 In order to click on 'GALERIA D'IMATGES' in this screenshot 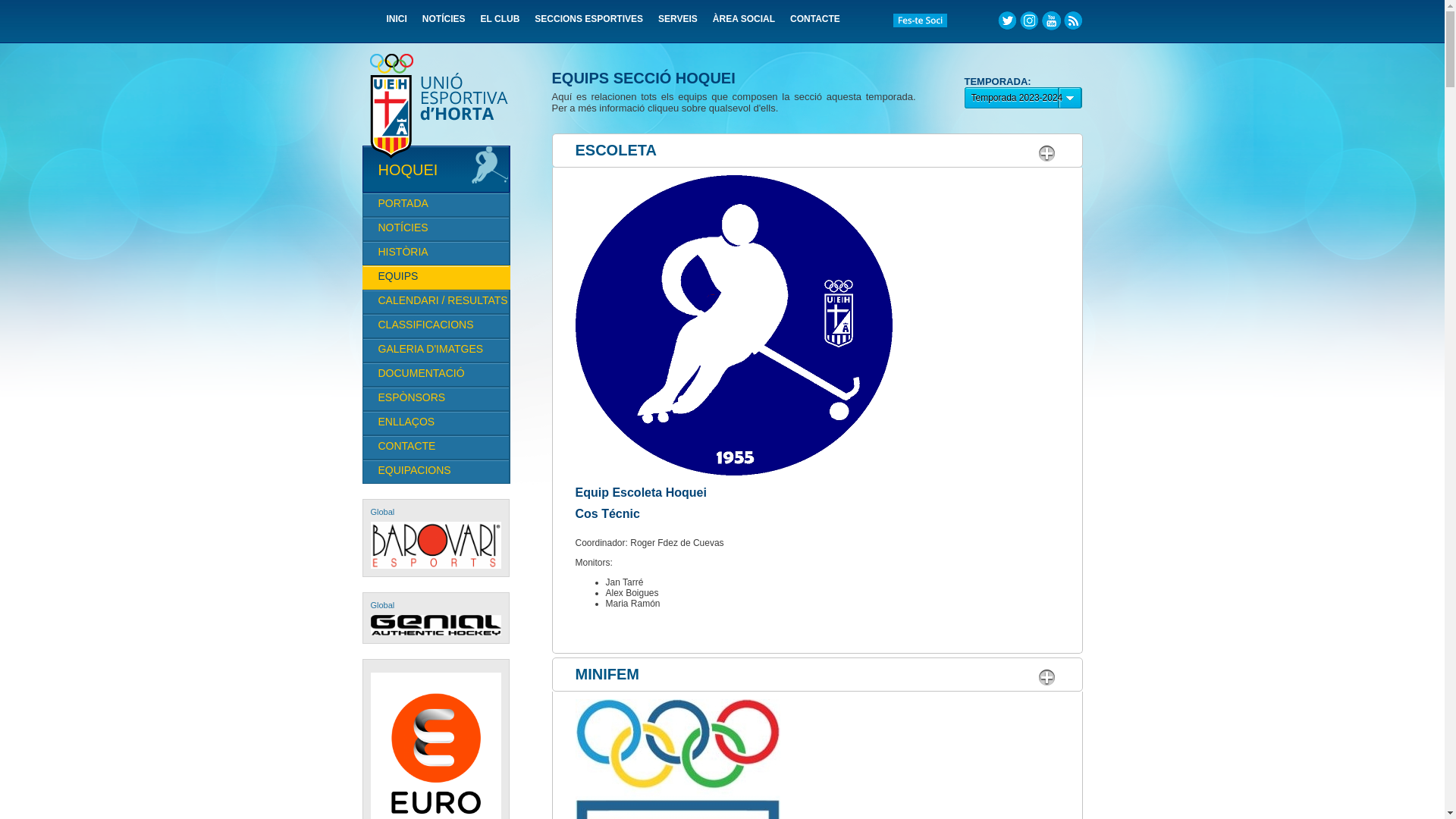, I will do `click(435, 350)`.